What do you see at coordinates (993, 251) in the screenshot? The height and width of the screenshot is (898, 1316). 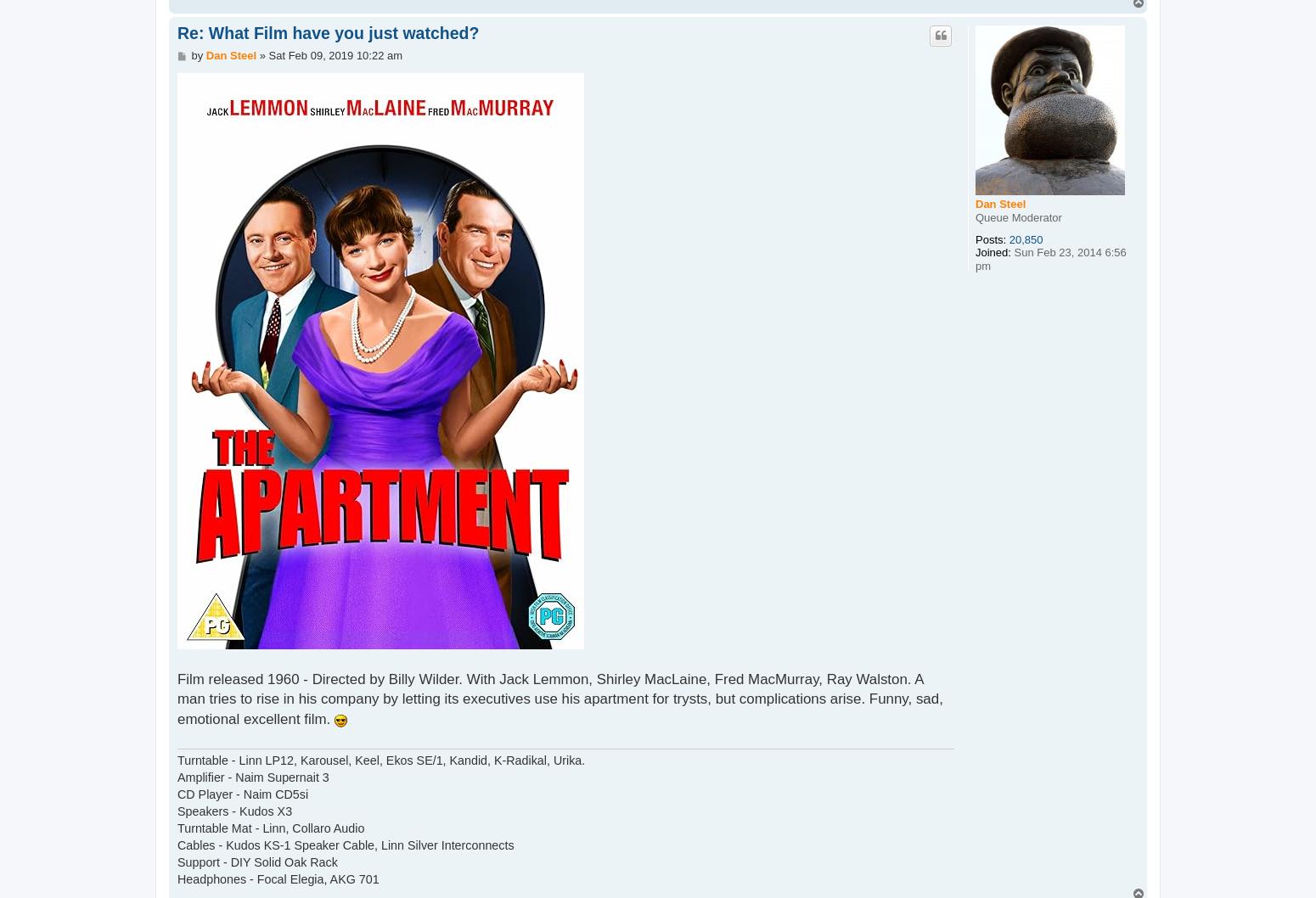 I see `'Joined:'` at bounding box center [993, 251].